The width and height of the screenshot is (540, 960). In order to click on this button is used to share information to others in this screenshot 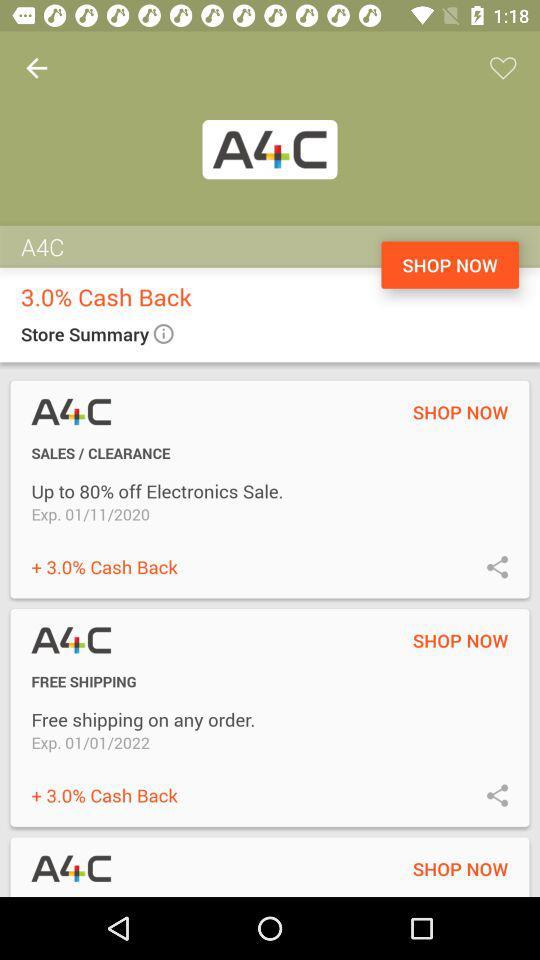, I will do `click(496, 795)`.